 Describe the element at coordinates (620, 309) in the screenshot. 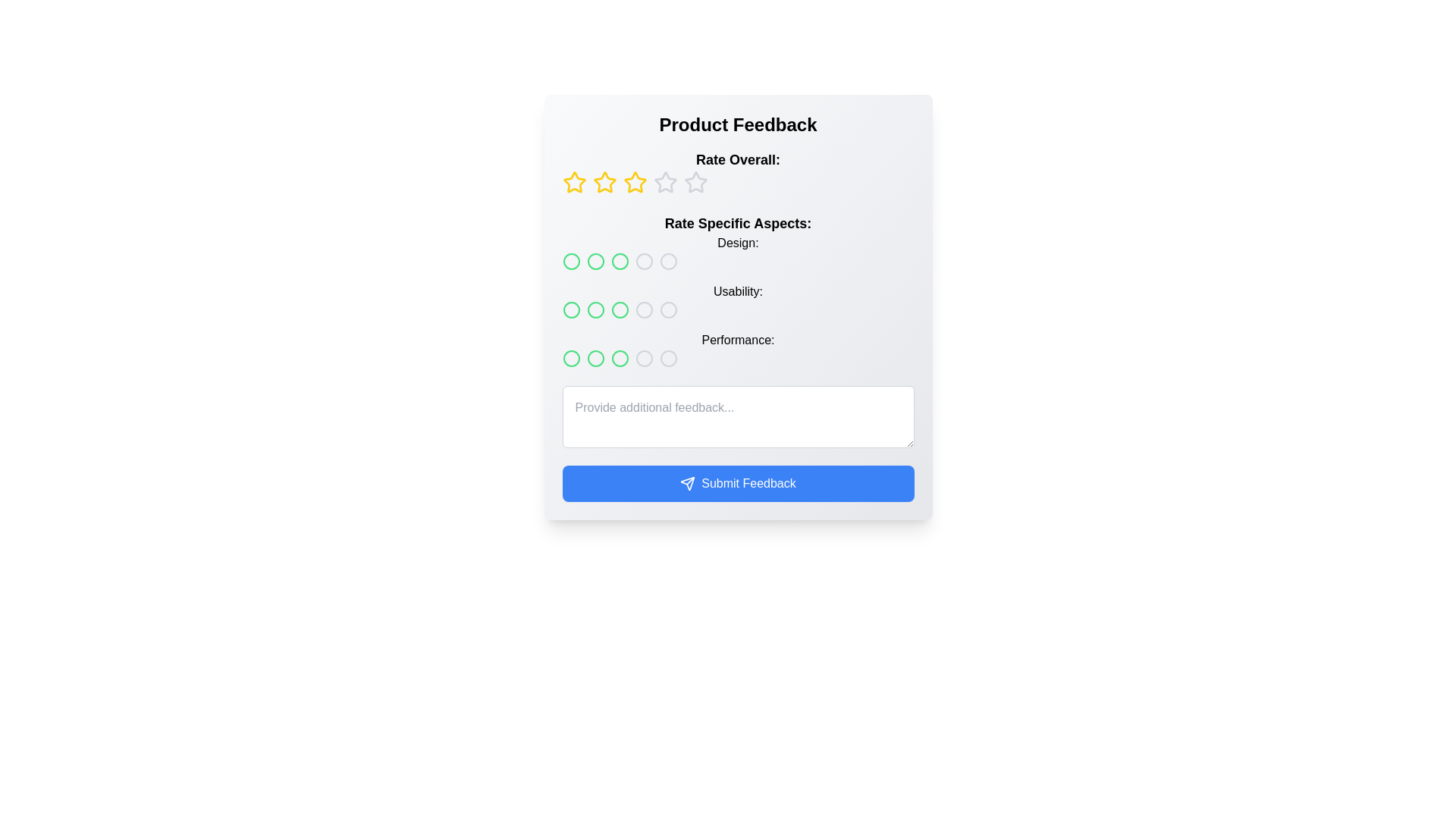

I see `the third rating circle under 'Rate Specific Aspects: Usability:', which is located slightly to the right of two green-filled circles` at that location.